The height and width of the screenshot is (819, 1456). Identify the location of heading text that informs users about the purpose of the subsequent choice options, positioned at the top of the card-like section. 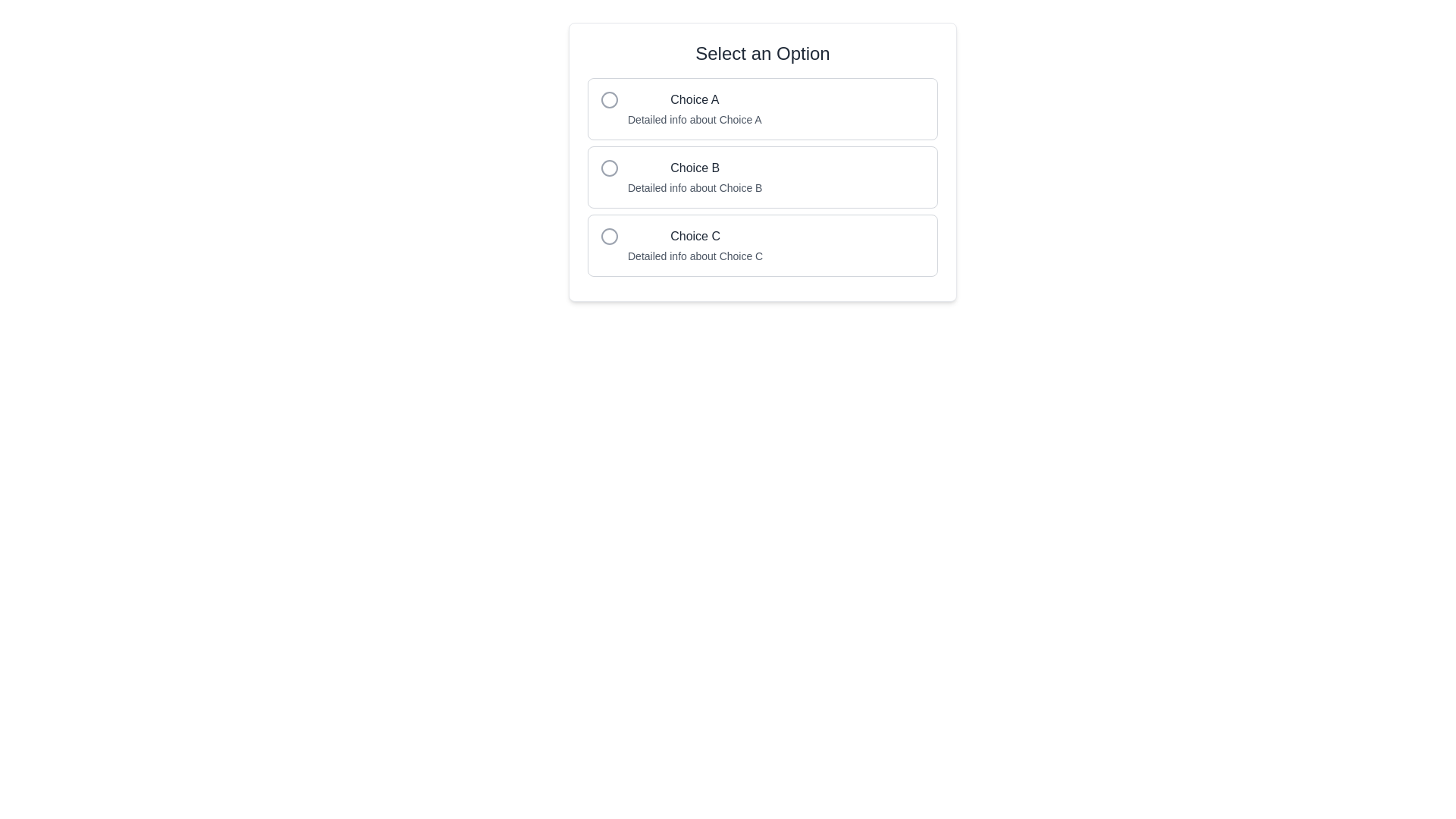
(763, 52).